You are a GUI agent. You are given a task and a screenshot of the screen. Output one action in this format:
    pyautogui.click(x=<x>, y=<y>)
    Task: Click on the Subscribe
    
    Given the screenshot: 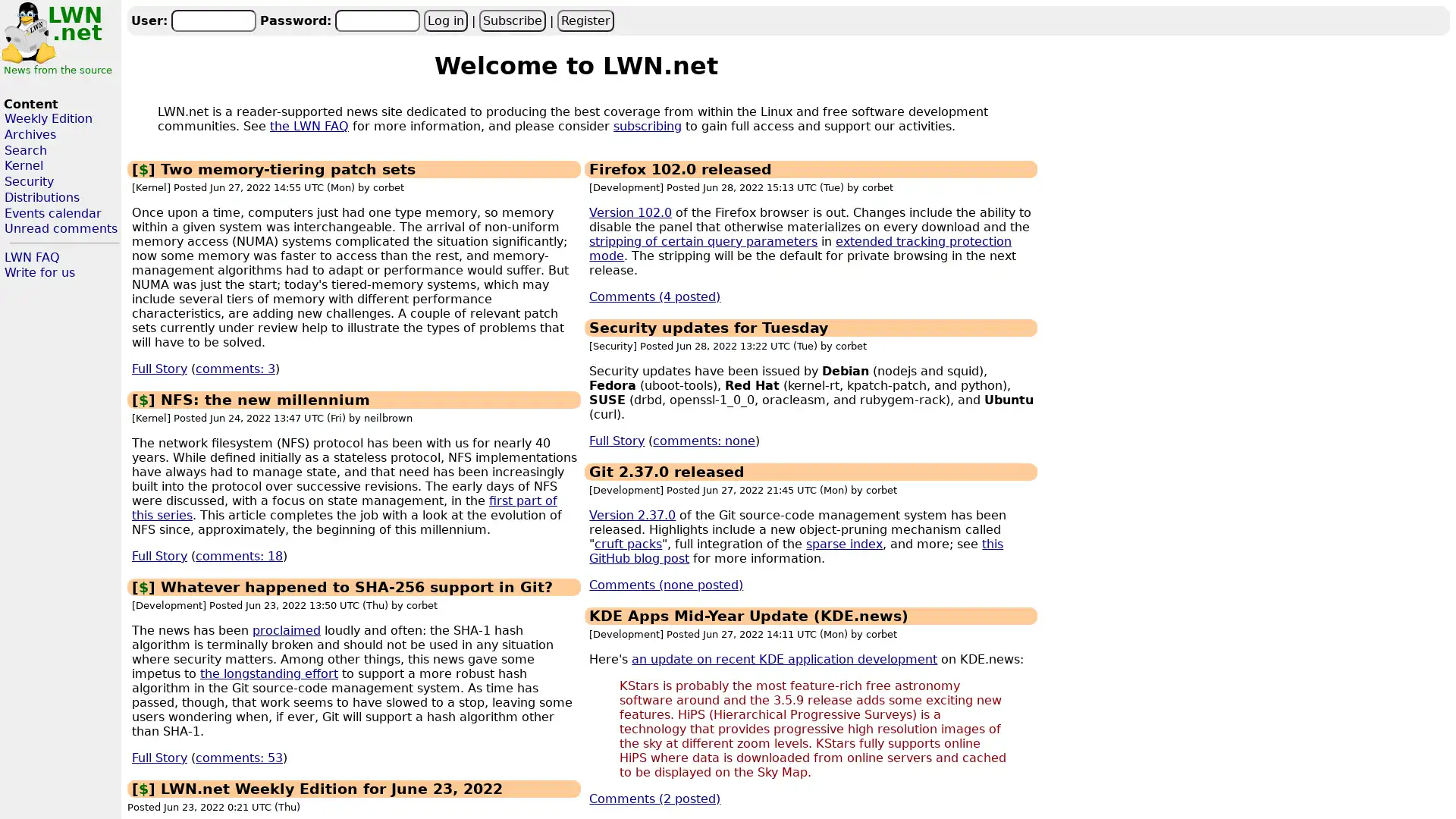 What is the action you would take?
    pyautogui.click(x=512, y=20)
    